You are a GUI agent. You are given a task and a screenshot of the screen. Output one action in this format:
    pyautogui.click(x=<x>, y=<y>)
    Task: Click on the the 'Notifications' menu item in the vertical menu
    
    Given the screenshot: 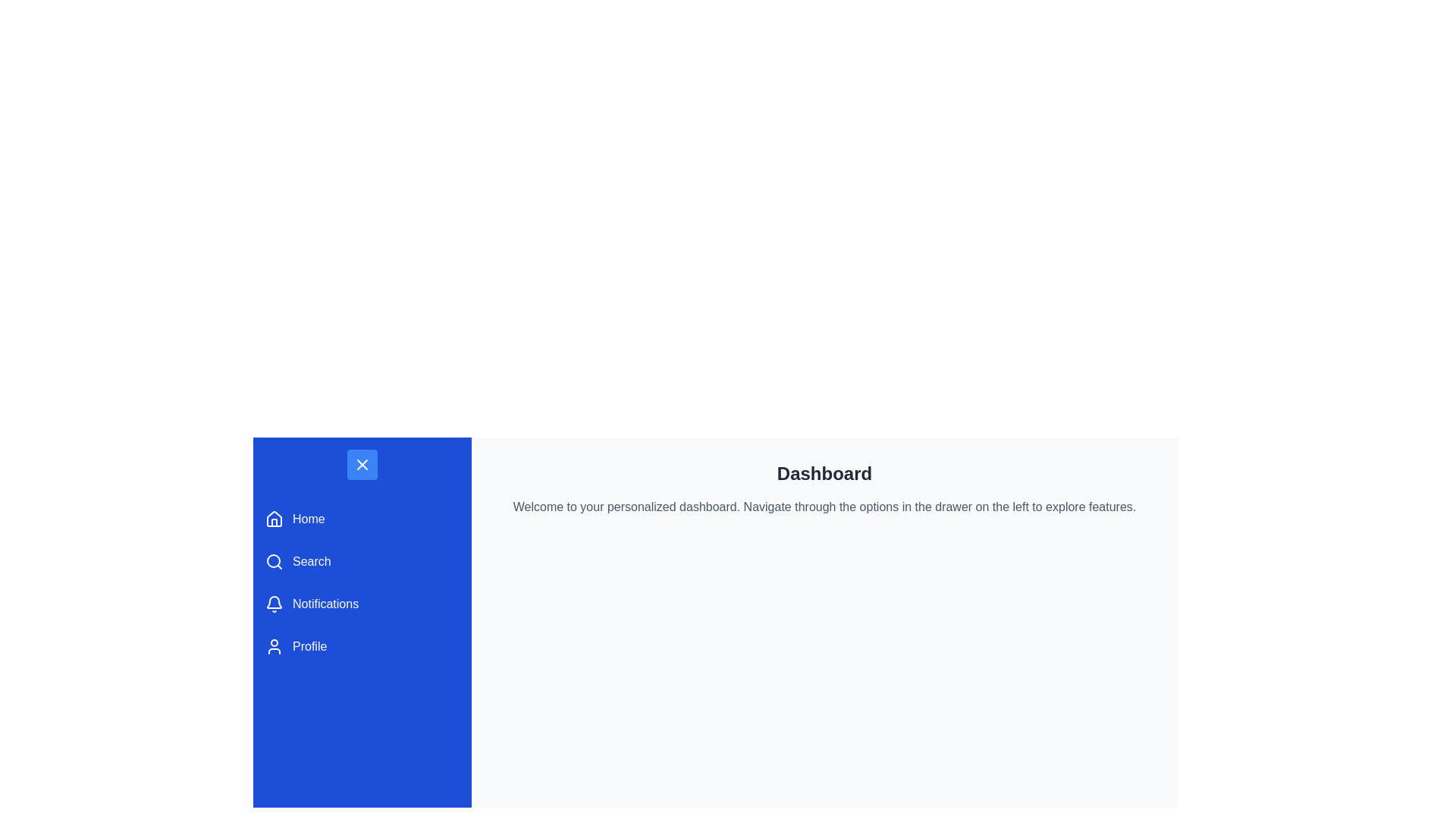 What is the action you would take?
    pyautogui.click(x=362, y=582)
    